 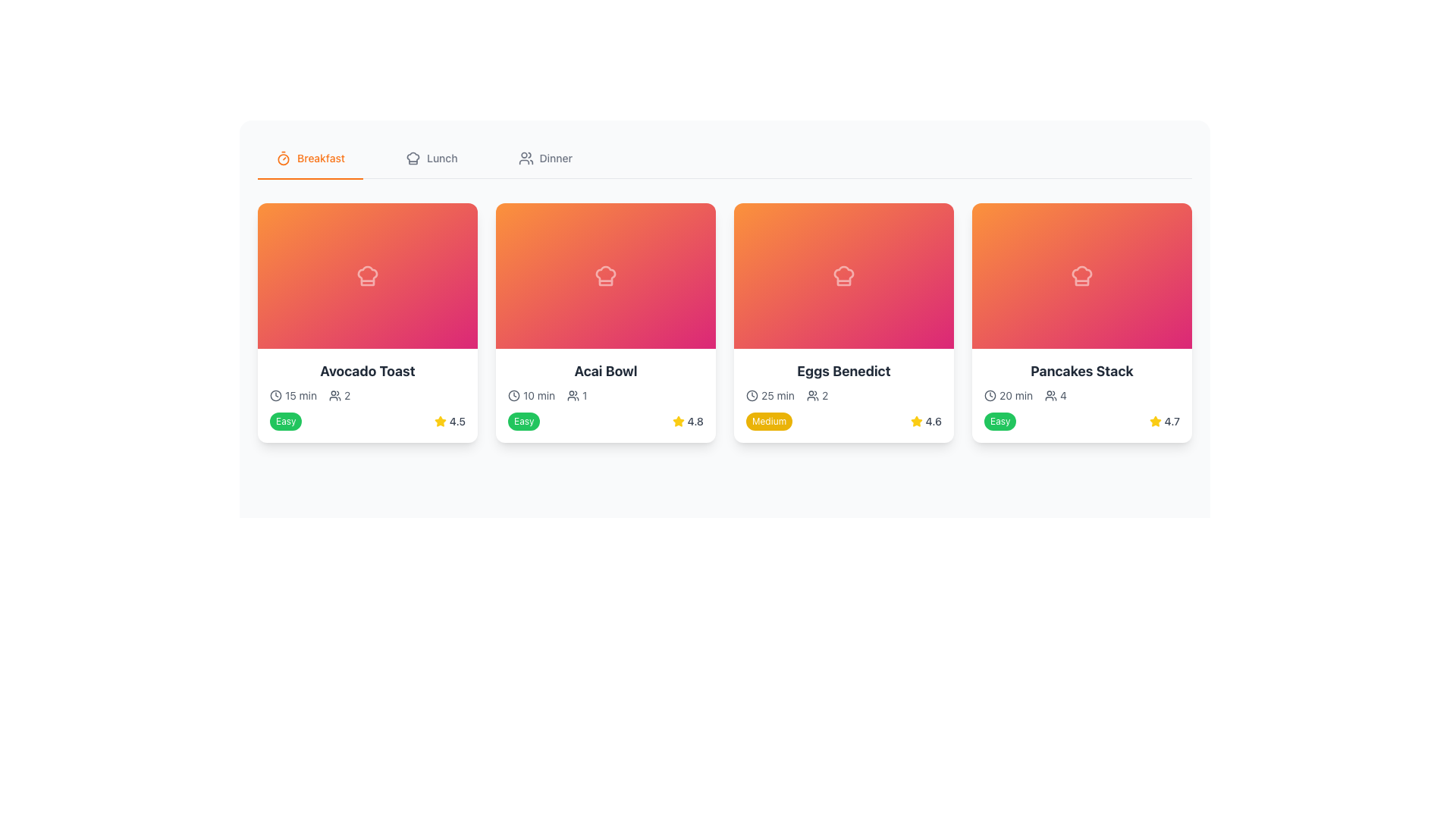 I want to click on the rating display for 'Eggs Benedict', which consists of a yellow star icon and the text '4.6' in gray font, located in the bottom-right area of the card, specifically to the right of the 'Medium' difficulty label, so click(x=925, y=421).